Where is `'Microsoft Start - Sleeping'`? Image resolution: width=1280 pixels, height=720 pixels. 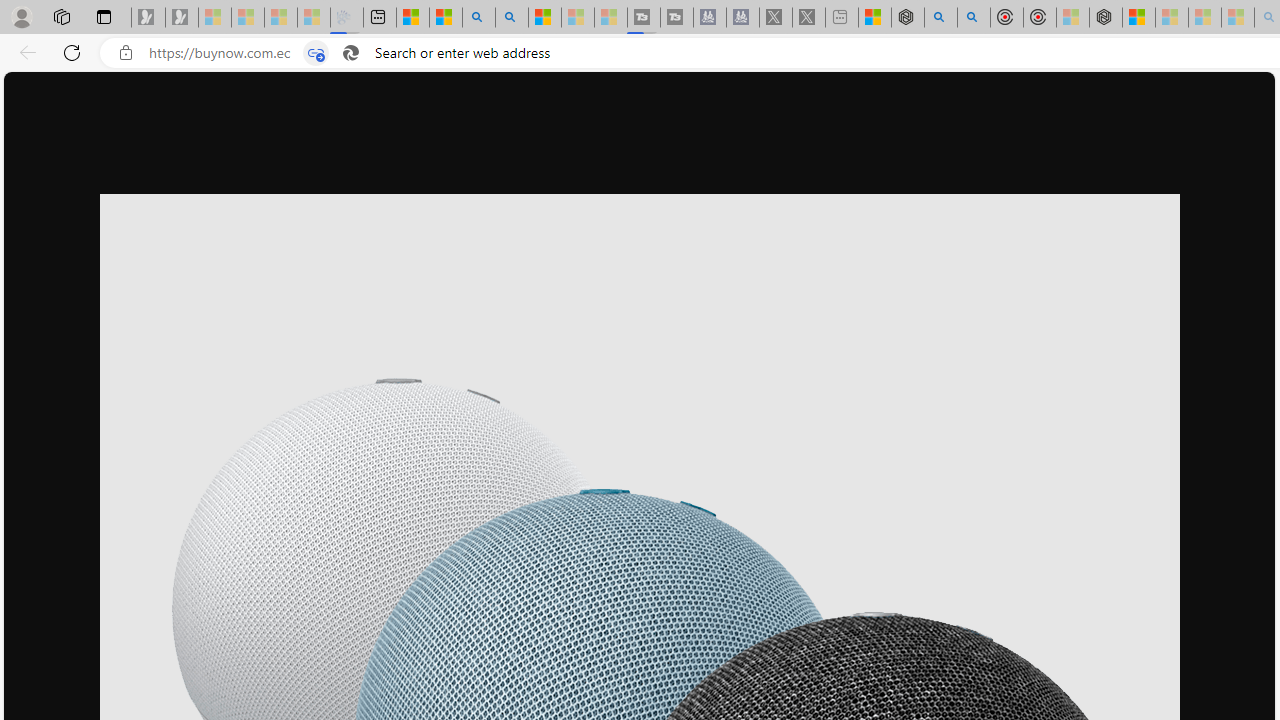
'Microsoft Start - Sleeping' is located at coordinates (576, 17).